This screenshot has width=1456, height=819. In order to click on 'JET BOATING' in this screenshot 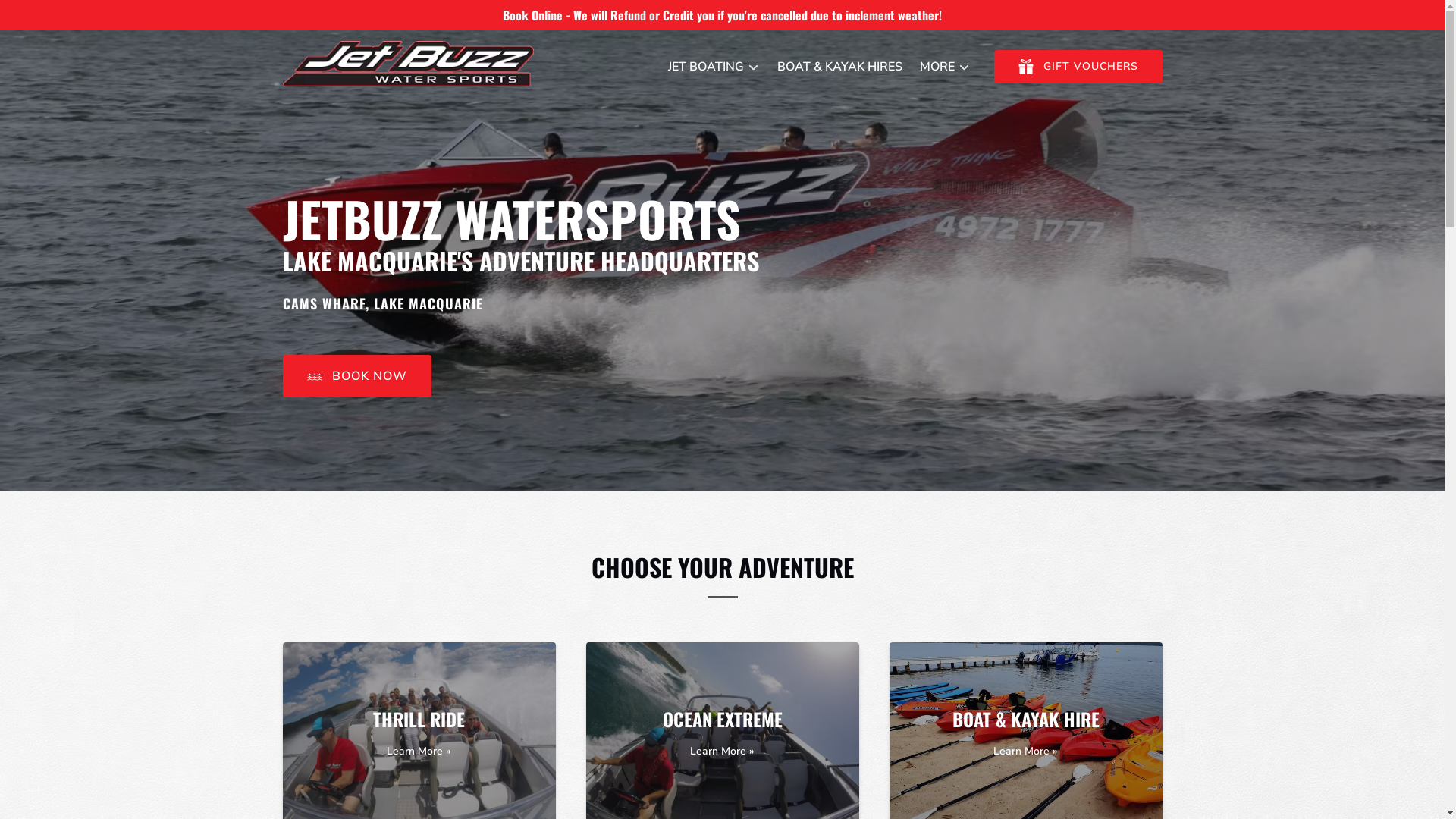, I will do `click(712, 66)`.